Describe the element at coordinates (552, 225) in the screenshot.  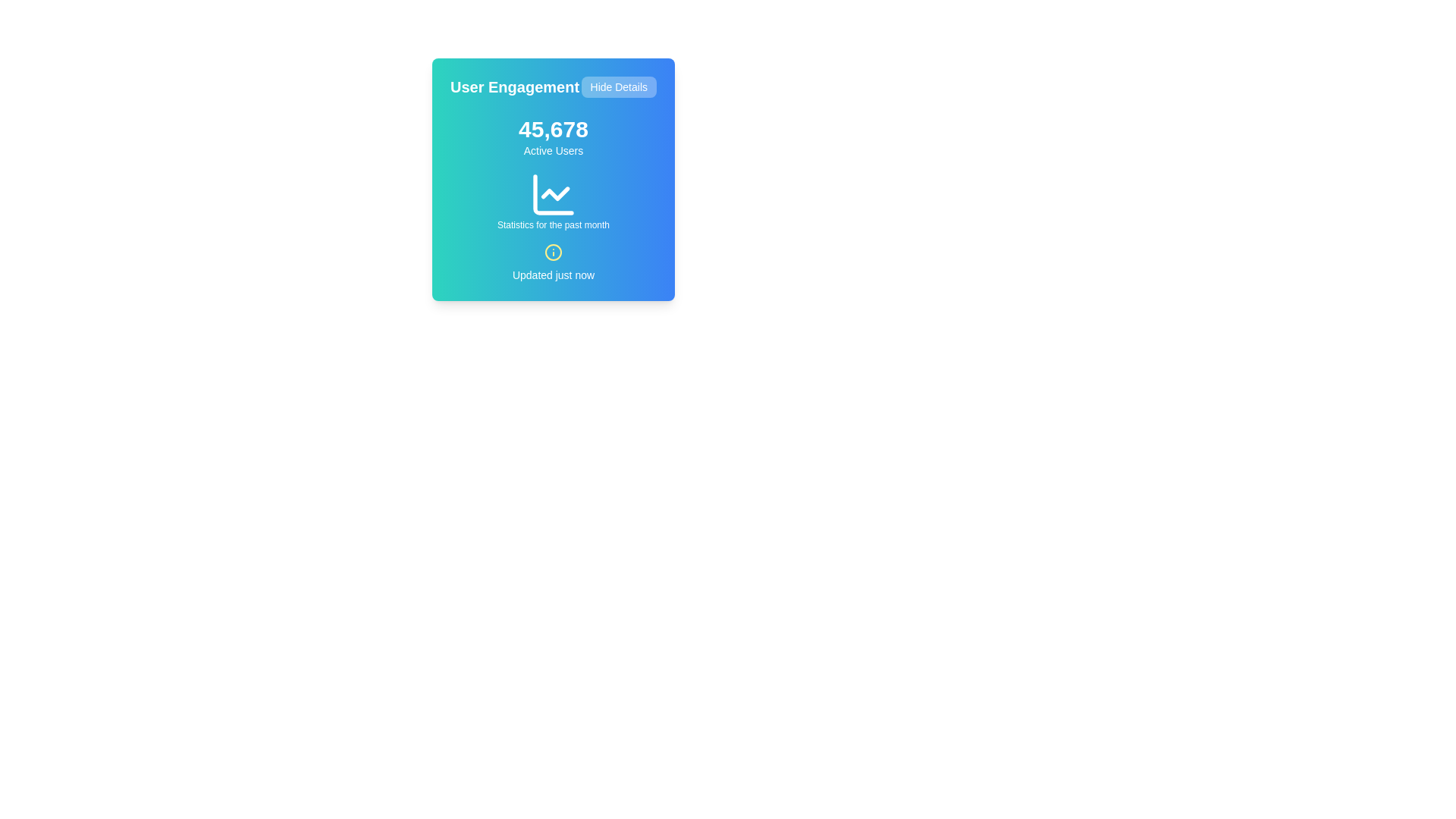
I see `the text label displaying 'Statistics for the past month', which is located in a blue-green card layout, below a chart icon` at that location.